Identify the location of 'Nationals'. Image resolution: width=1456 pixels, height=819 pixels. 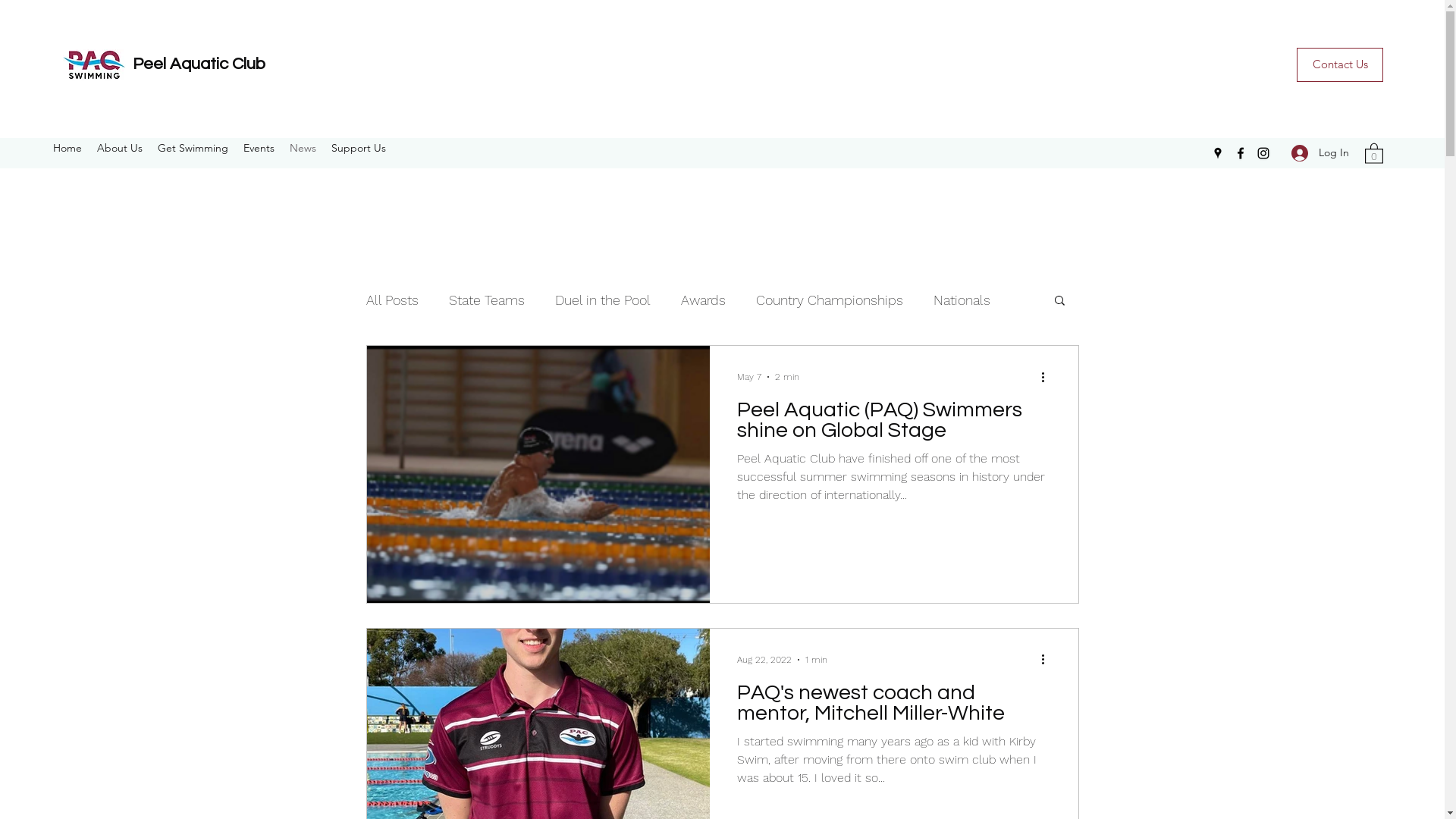
(960, 299).